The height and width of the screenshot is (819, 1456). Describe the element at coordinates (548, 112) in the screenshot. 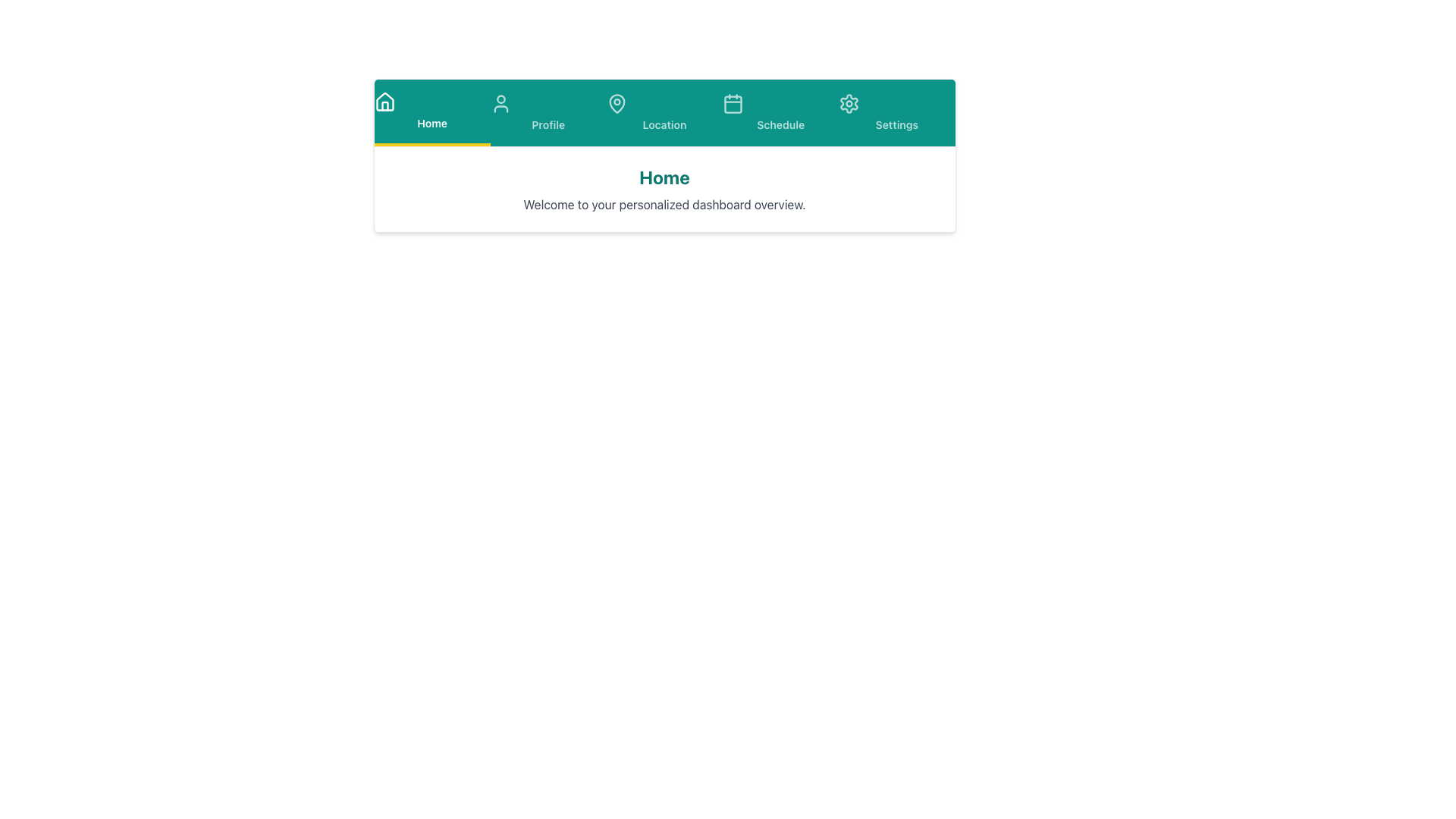

I see `the teal-colored 'Profile' tab which contains a white outline icon of a person and is positioned between the 'Home' and 'Location' tabs` at that location.